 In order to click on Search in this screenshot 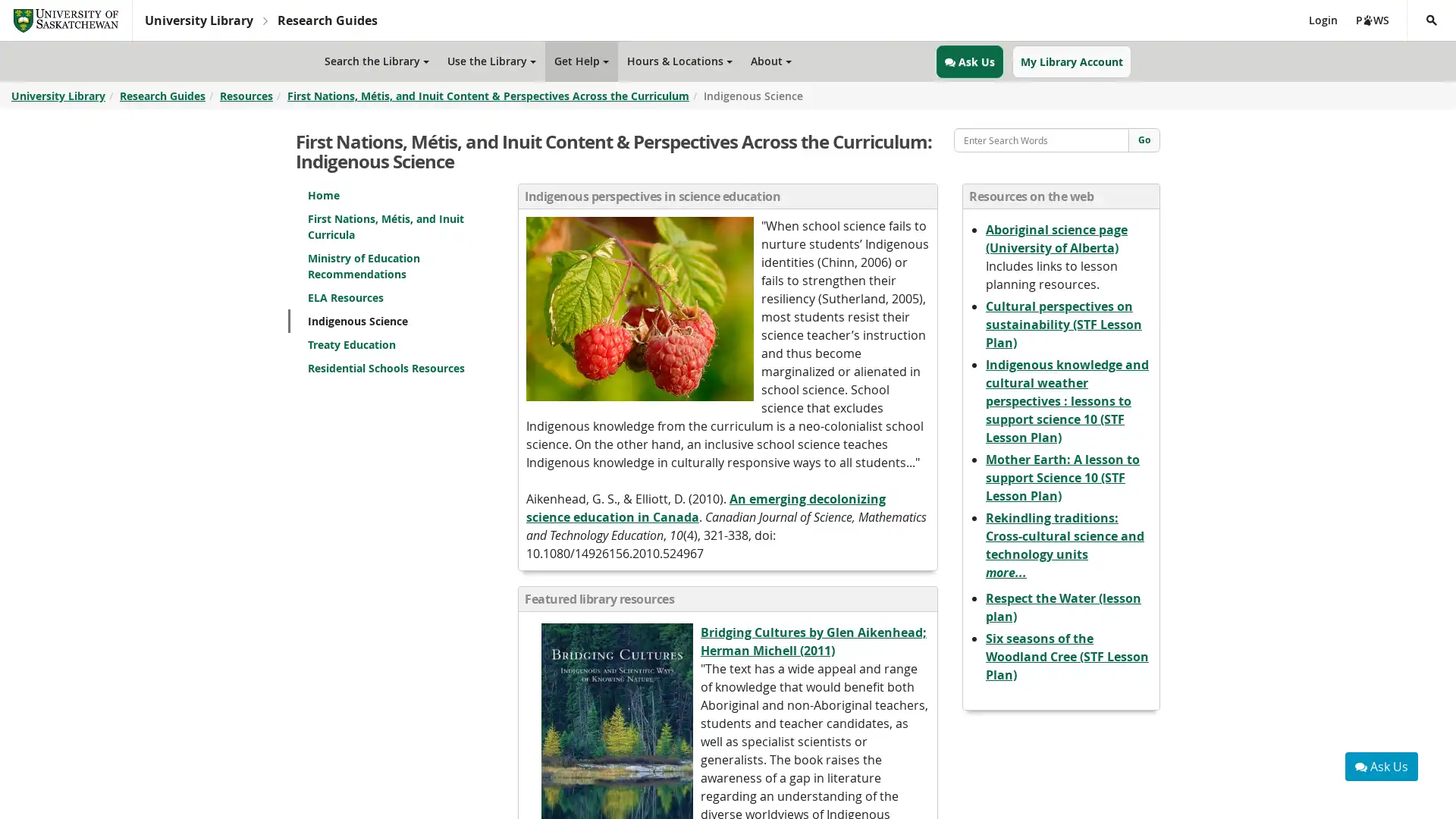, I will do `click(1405, 39)`.